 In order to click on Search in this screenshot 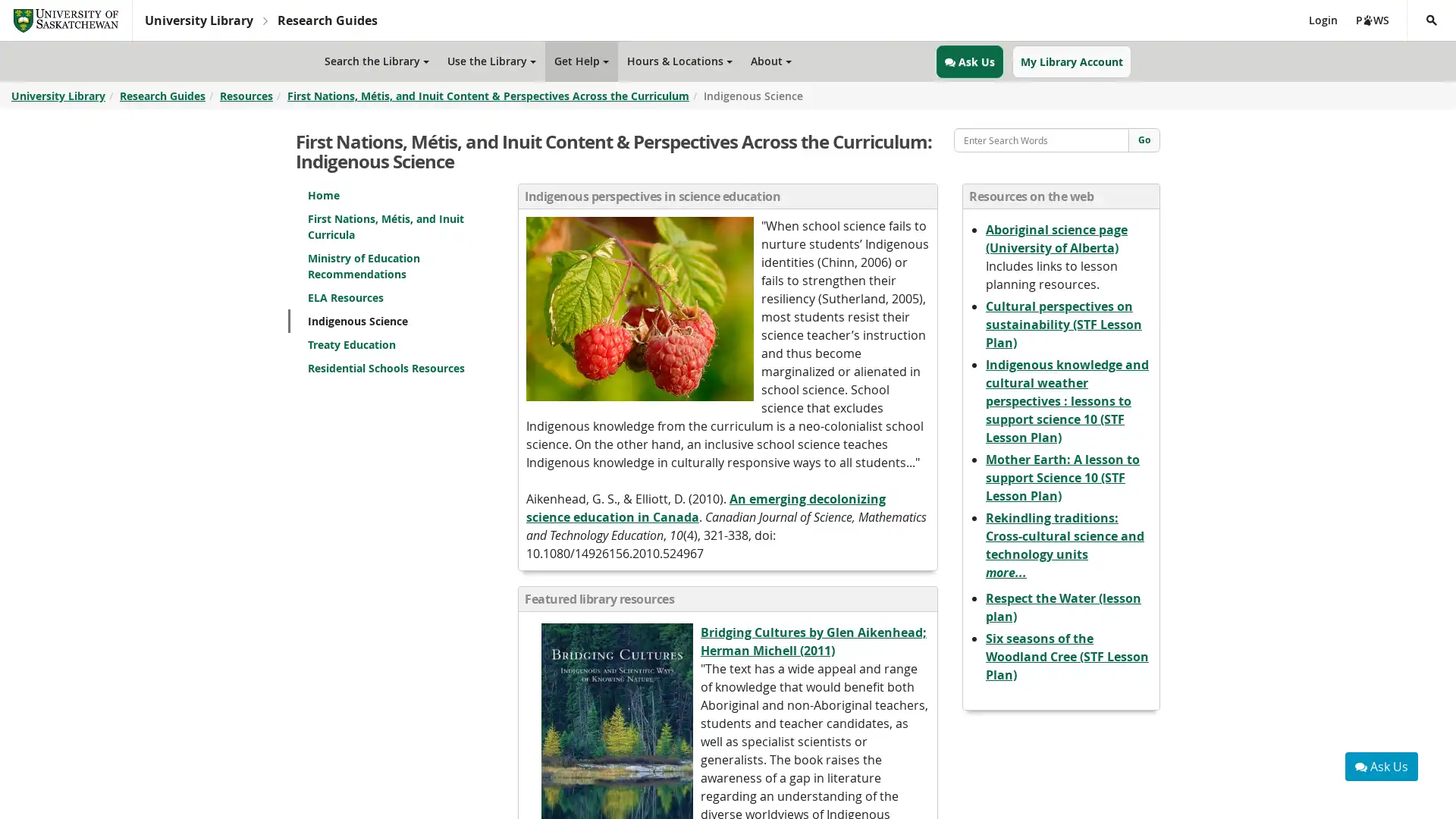, I will do `click(1405, 39)`.